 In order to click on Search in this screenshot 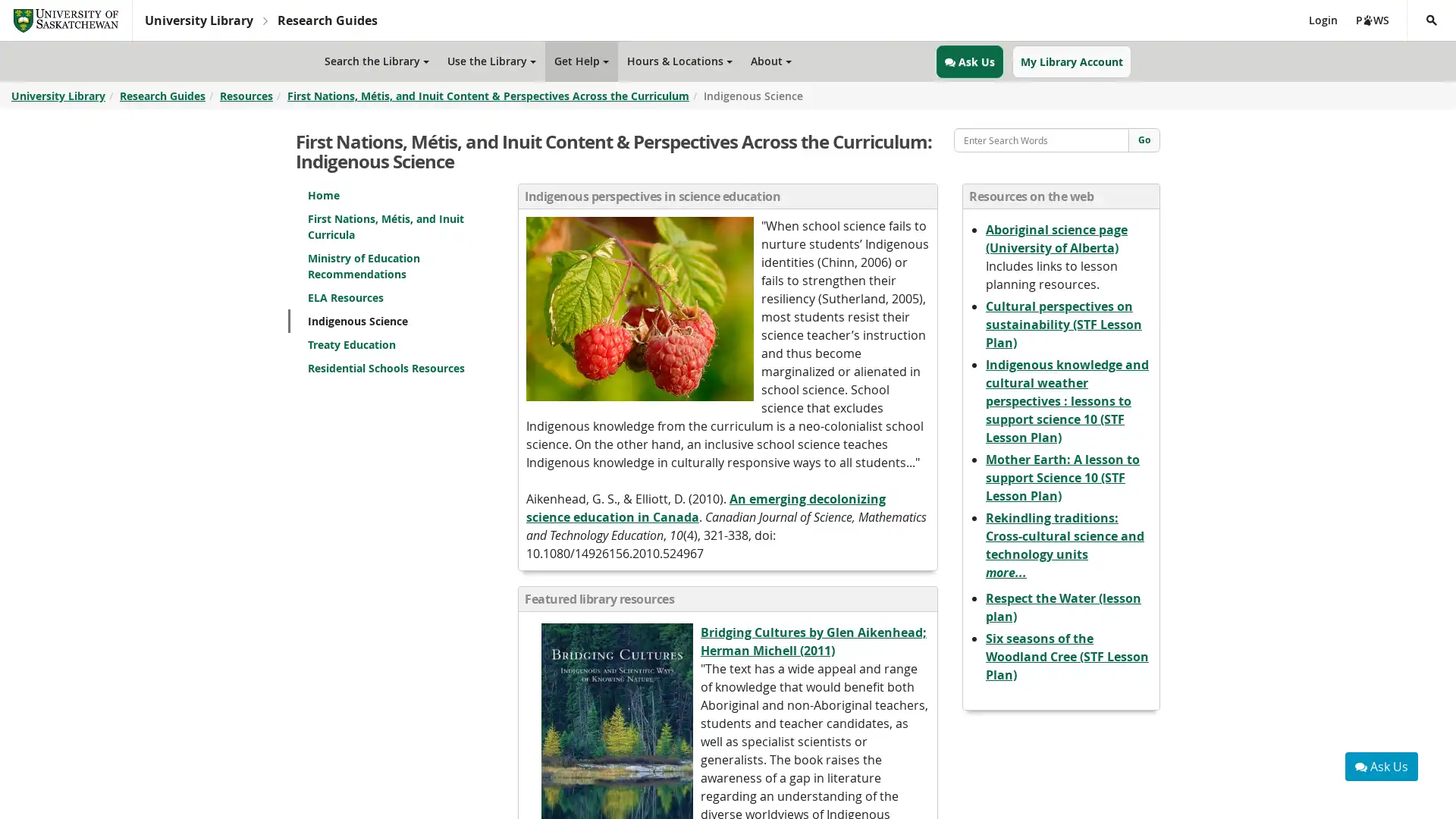, I will do `click(1405, 39)`.